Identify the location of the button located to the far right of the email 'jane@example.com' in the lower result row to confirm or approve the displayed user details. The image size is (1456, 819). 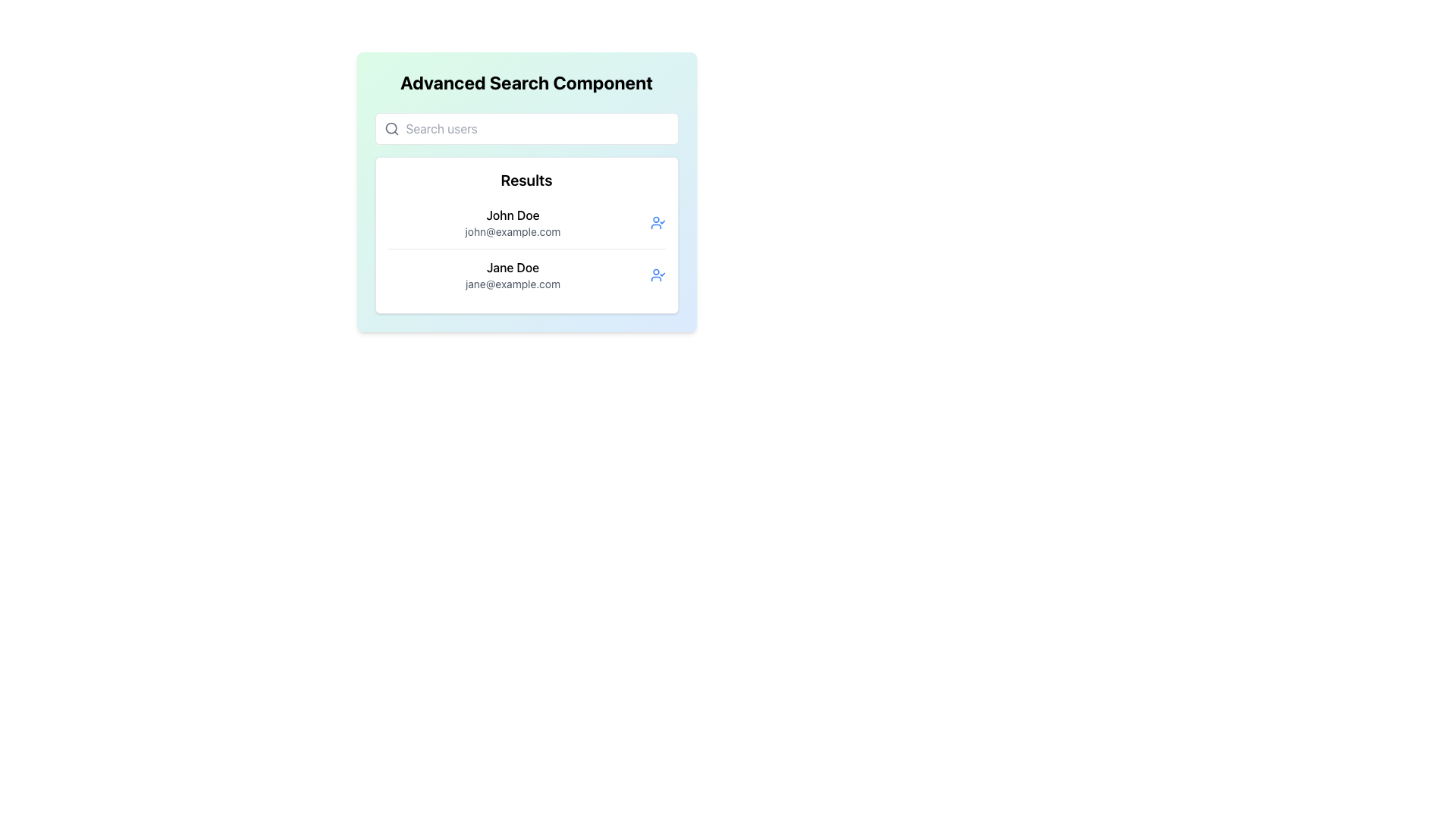
(657, 275).